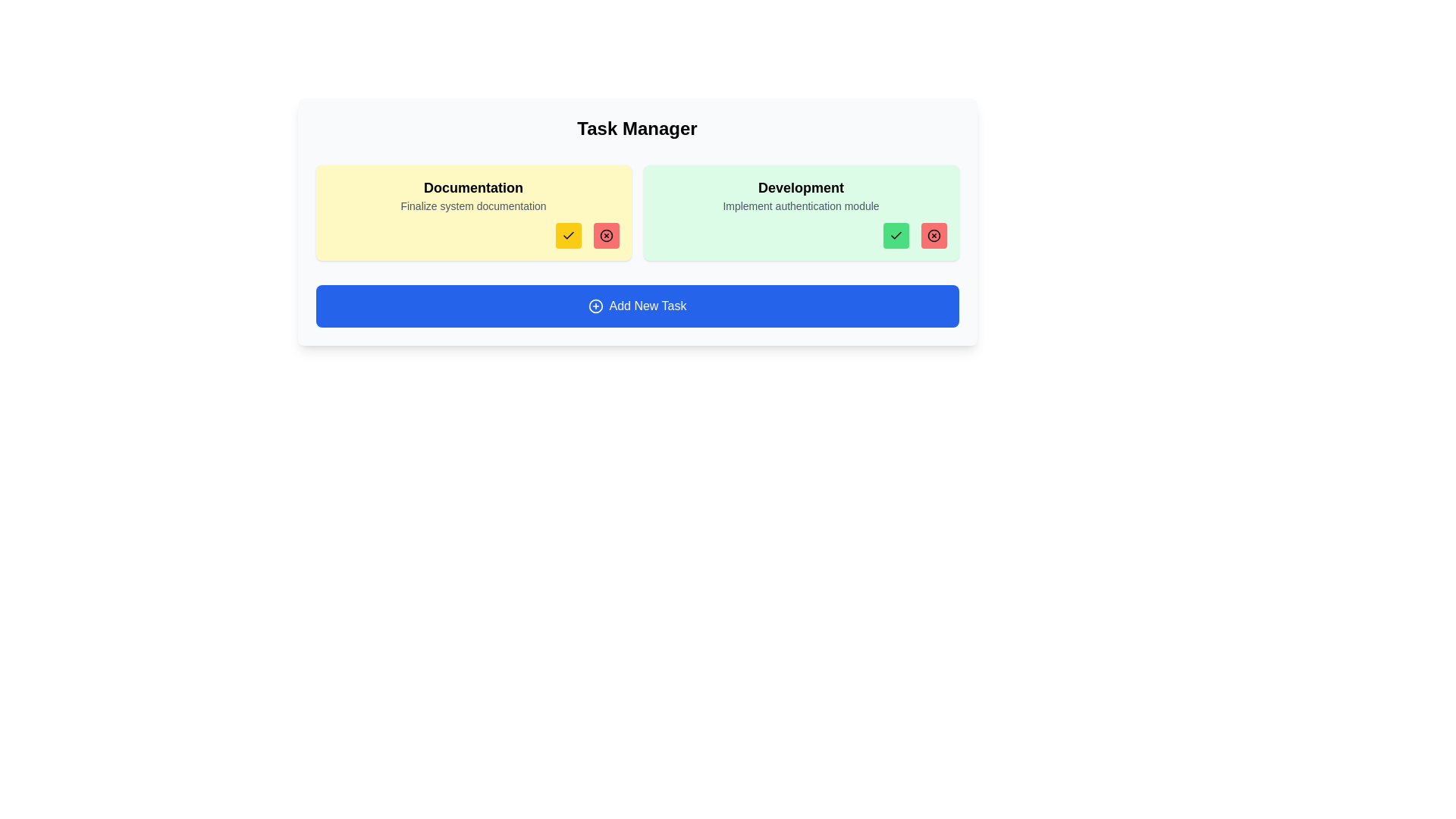  I want to click on the 'Documentation' text label, which is styled in a large bold font and located at the top of a yellow rounded rectangular card, so click(472, 187).